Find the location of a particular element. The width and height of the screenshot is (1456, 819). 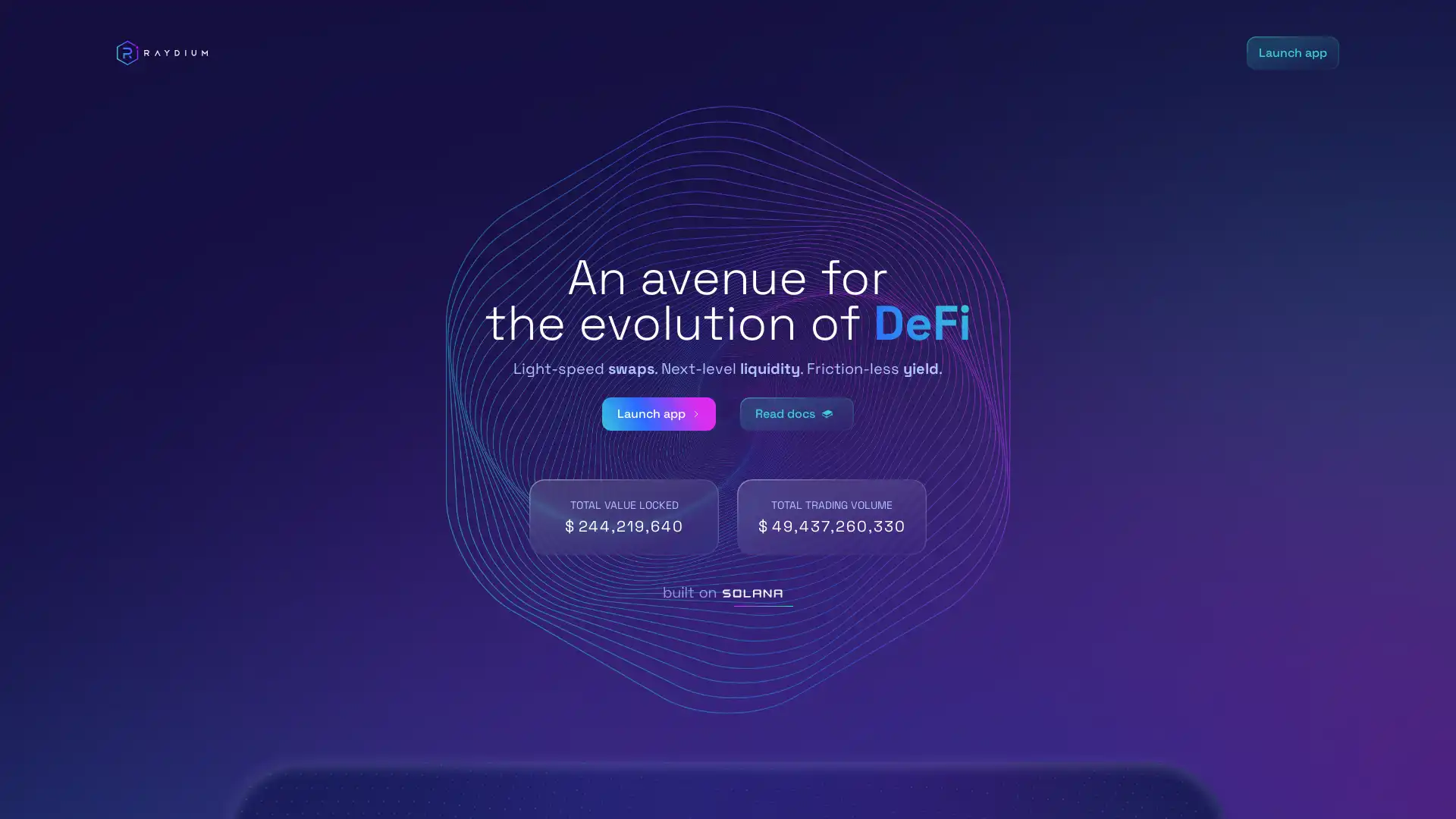

Launch app is located at coordinates (658, 414).